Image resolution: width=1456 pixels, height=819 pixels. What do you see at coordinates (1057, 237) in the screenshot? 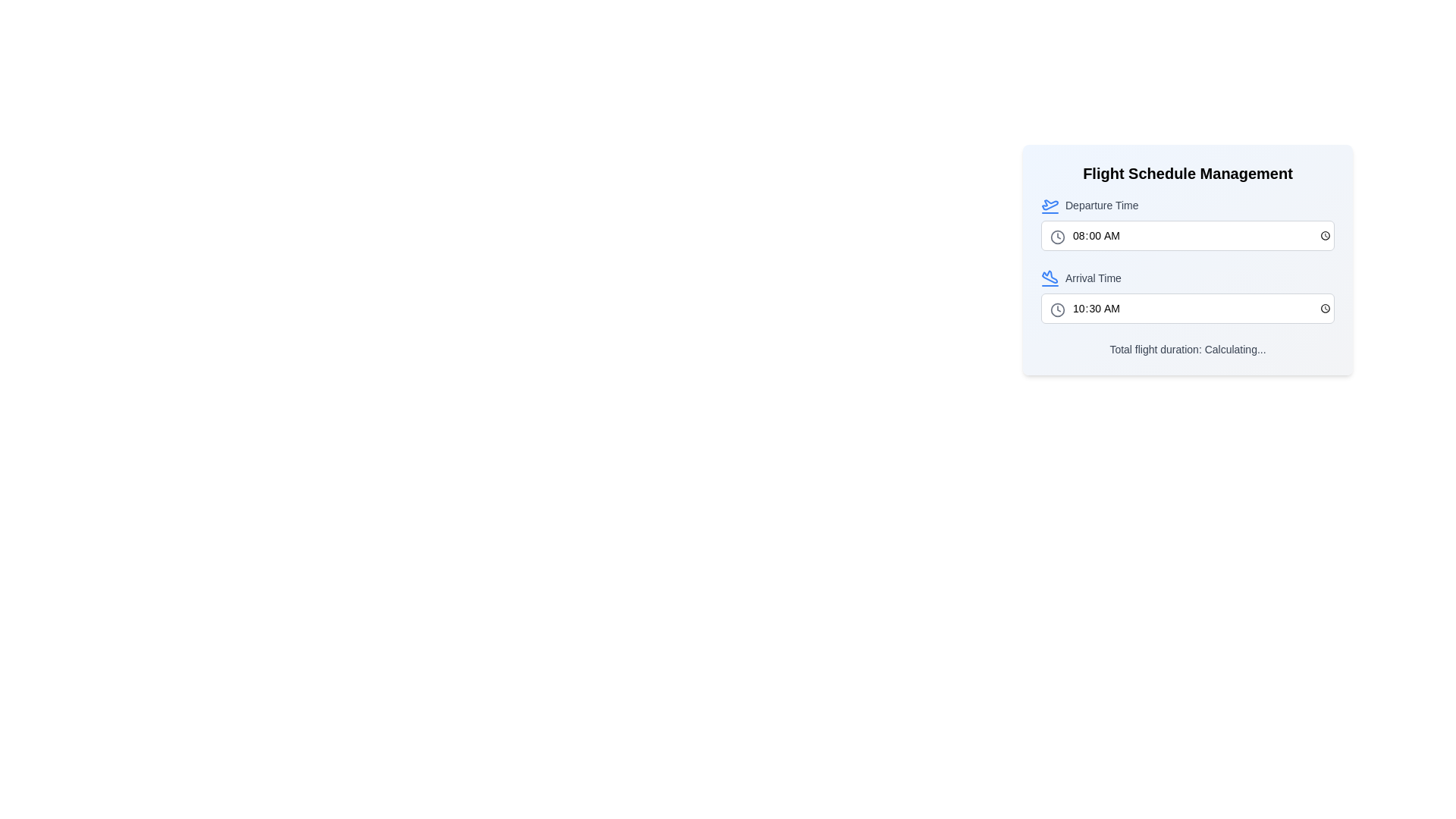
I see `the circular component of the clock icon that visually supports the 'Departure Time' field` at bounding box center [1057, 237].